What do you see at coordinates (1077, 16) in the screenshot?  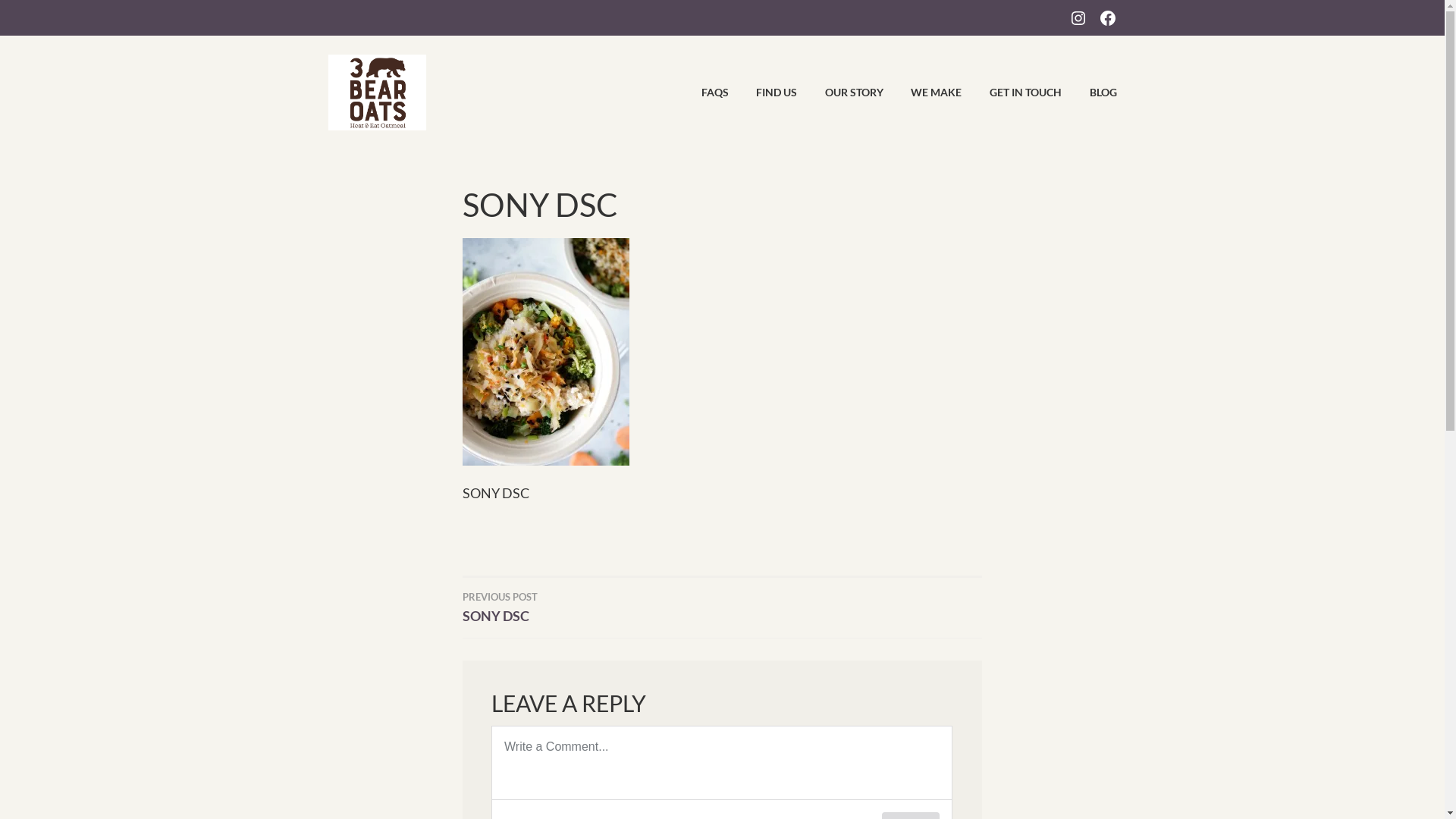 I see `'INSTAGRAM'` at bounding box center [1077, 16].